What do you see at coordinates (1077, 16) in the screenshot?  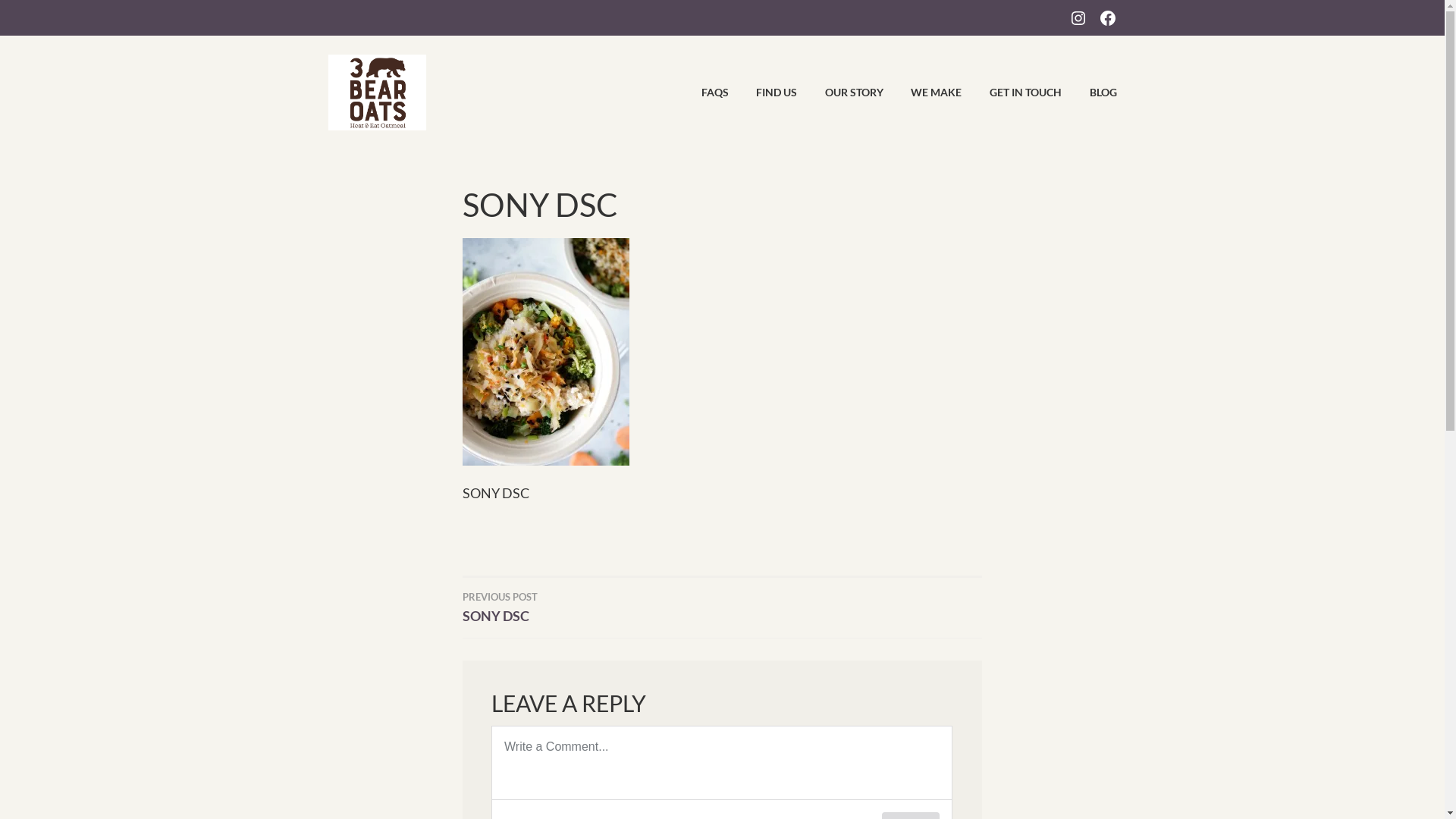 I see `'INSTAGRAM'` at bounding box center [1077, 16].